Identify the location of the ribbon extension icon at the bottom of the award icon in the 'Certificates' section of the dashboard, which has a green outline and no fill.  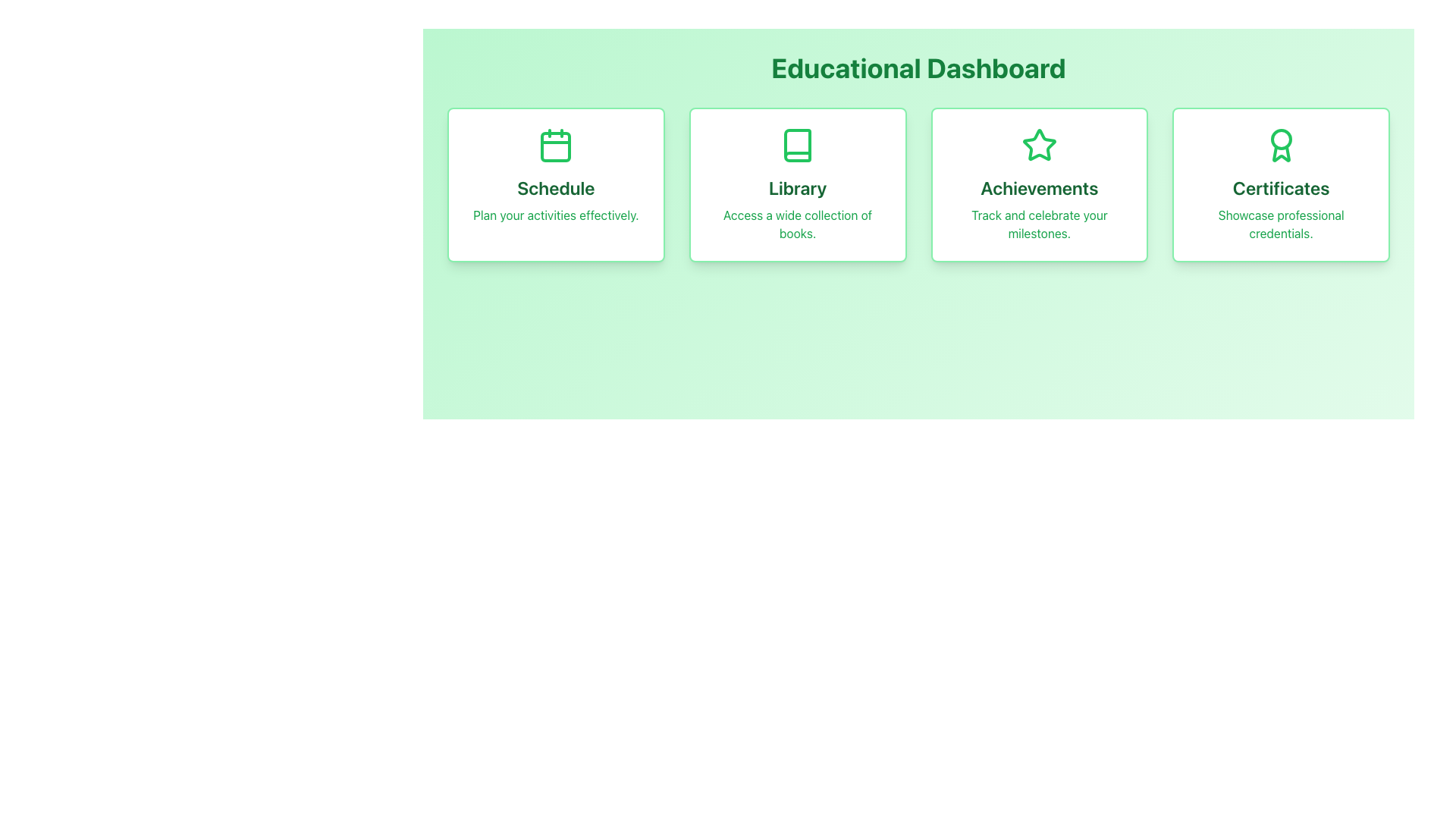
(1280, 153).